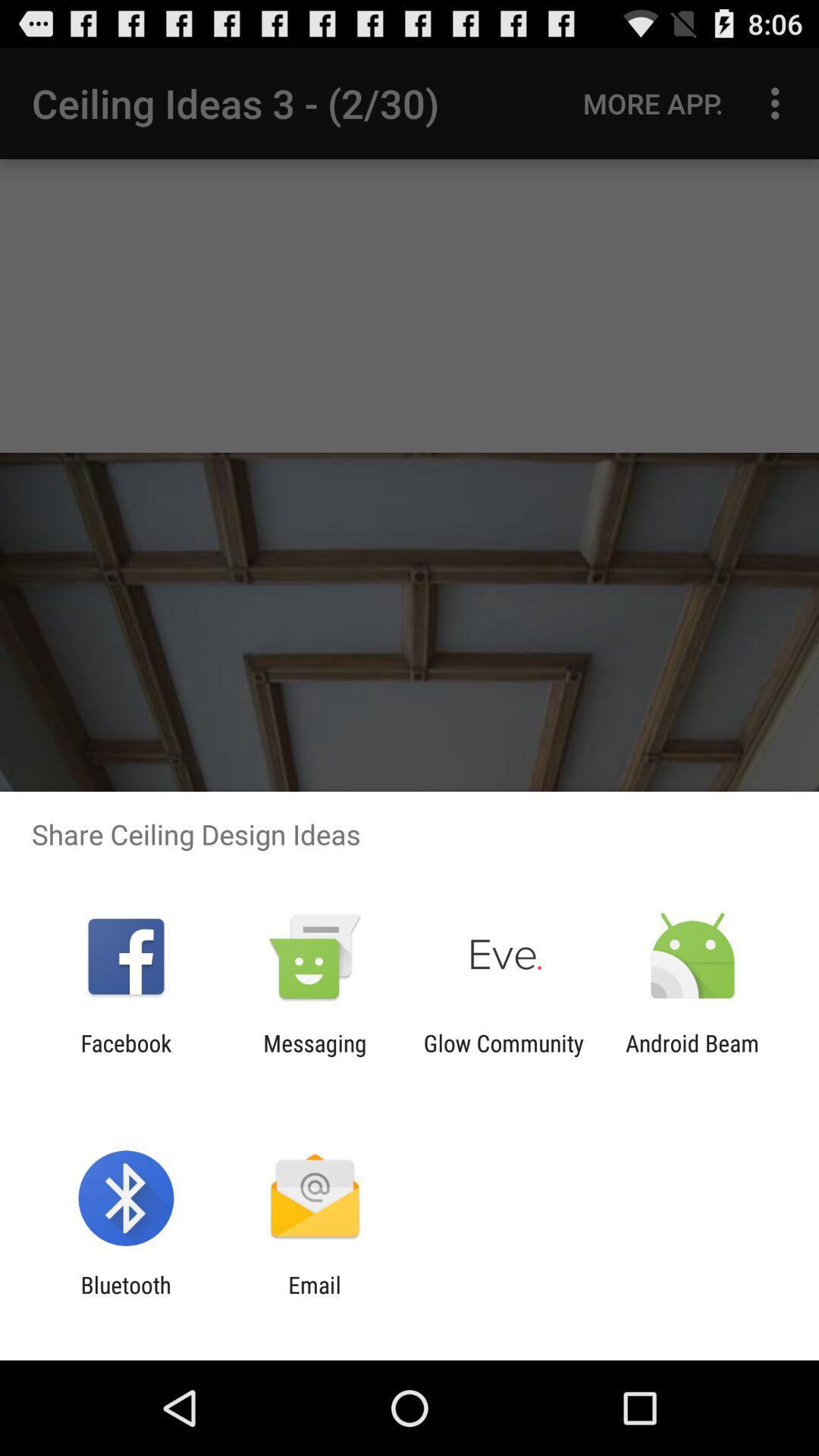 This screenshot has width=819, height=1456. Describe the element at coordinates (504, 1056) in the screenshot. I see `the app next to the android beam app` at that location.